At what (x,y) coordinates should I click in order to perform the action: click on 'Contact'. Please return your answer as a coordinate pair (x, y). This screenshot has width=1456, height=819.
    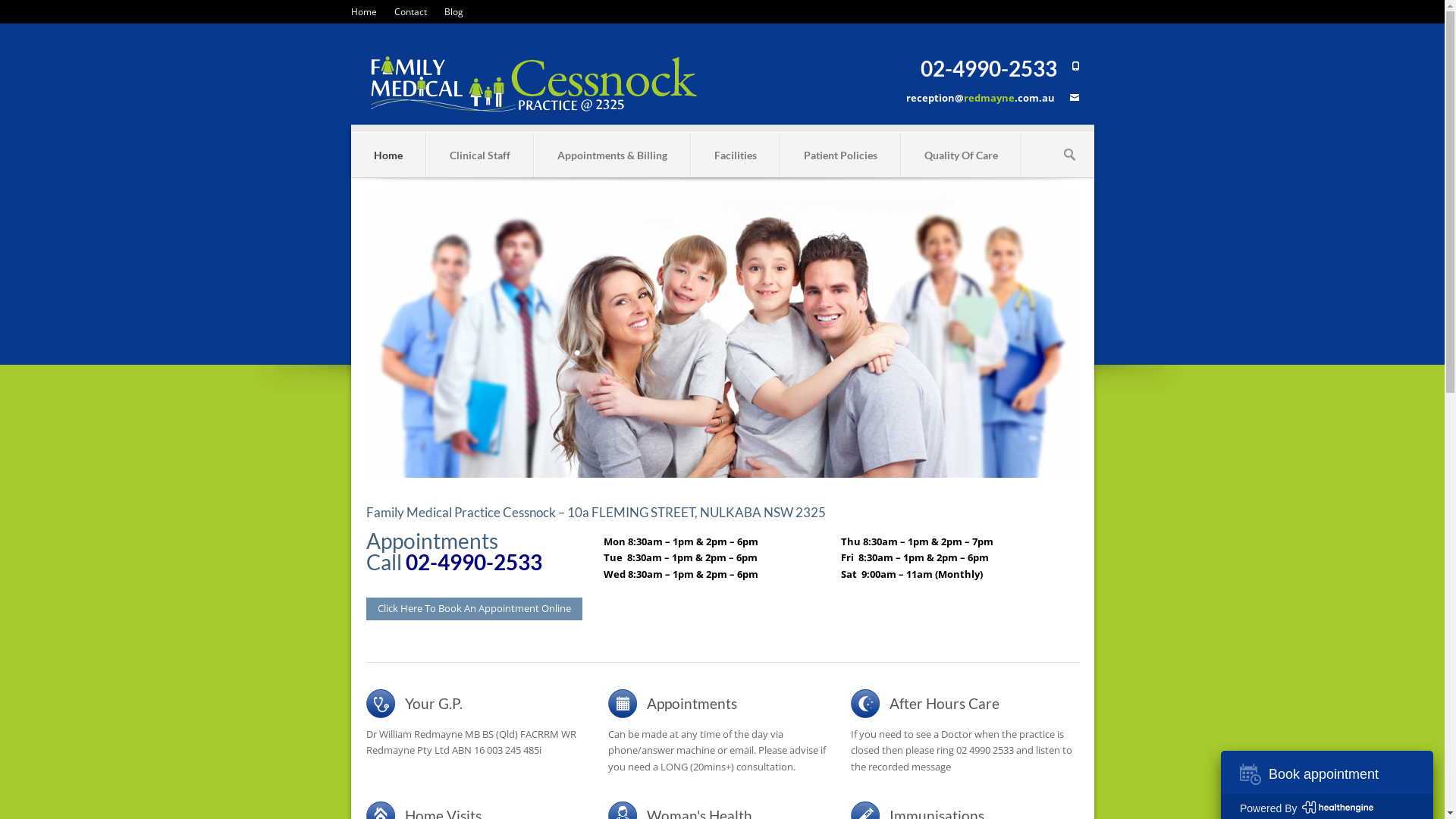
    Looking at the image, I should click on (394, 11).